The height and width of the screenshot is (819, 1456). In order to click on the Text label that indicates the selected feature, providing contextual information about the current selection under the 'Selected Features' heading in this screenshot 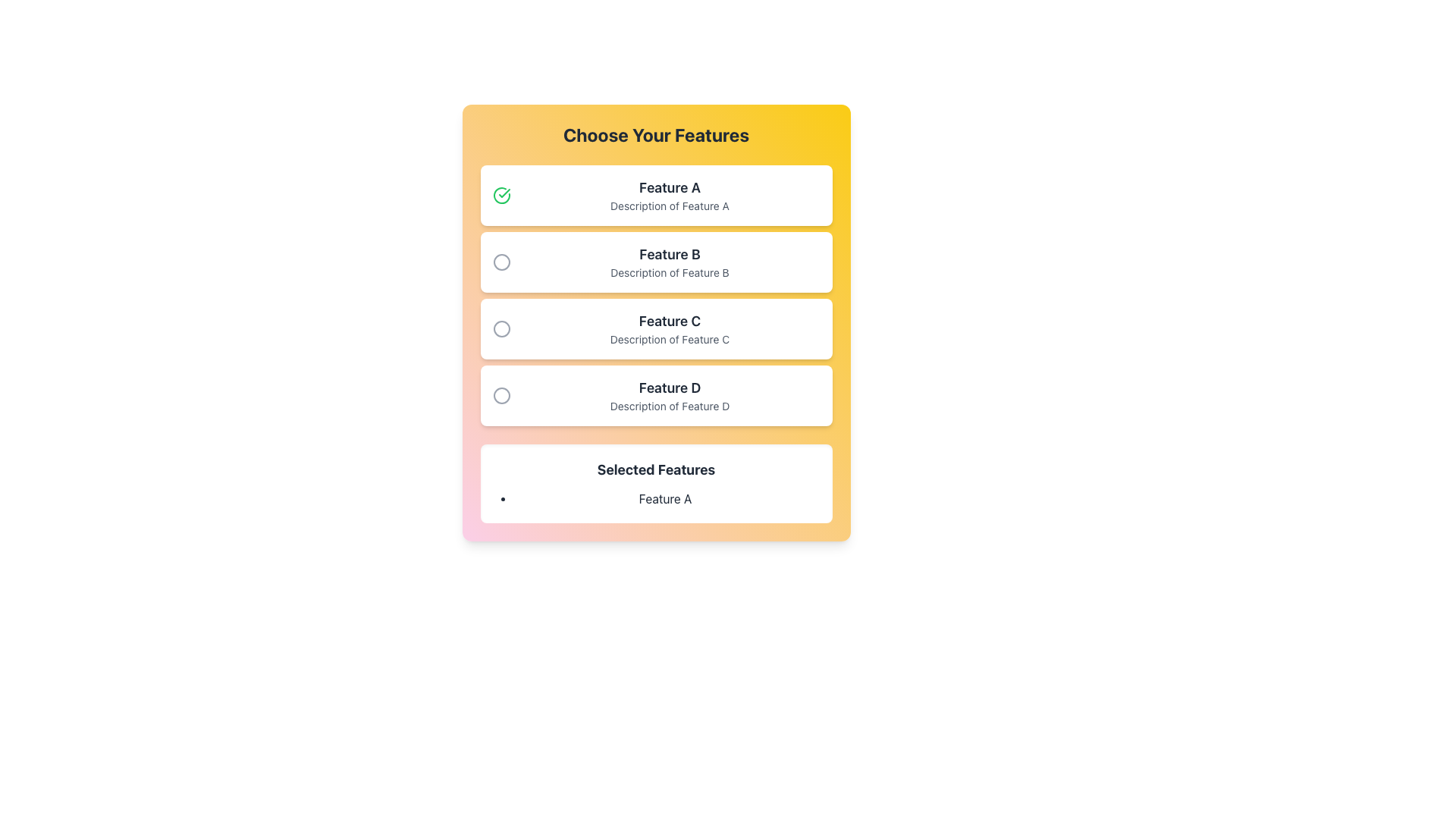, I will do `click(665, 499)`.